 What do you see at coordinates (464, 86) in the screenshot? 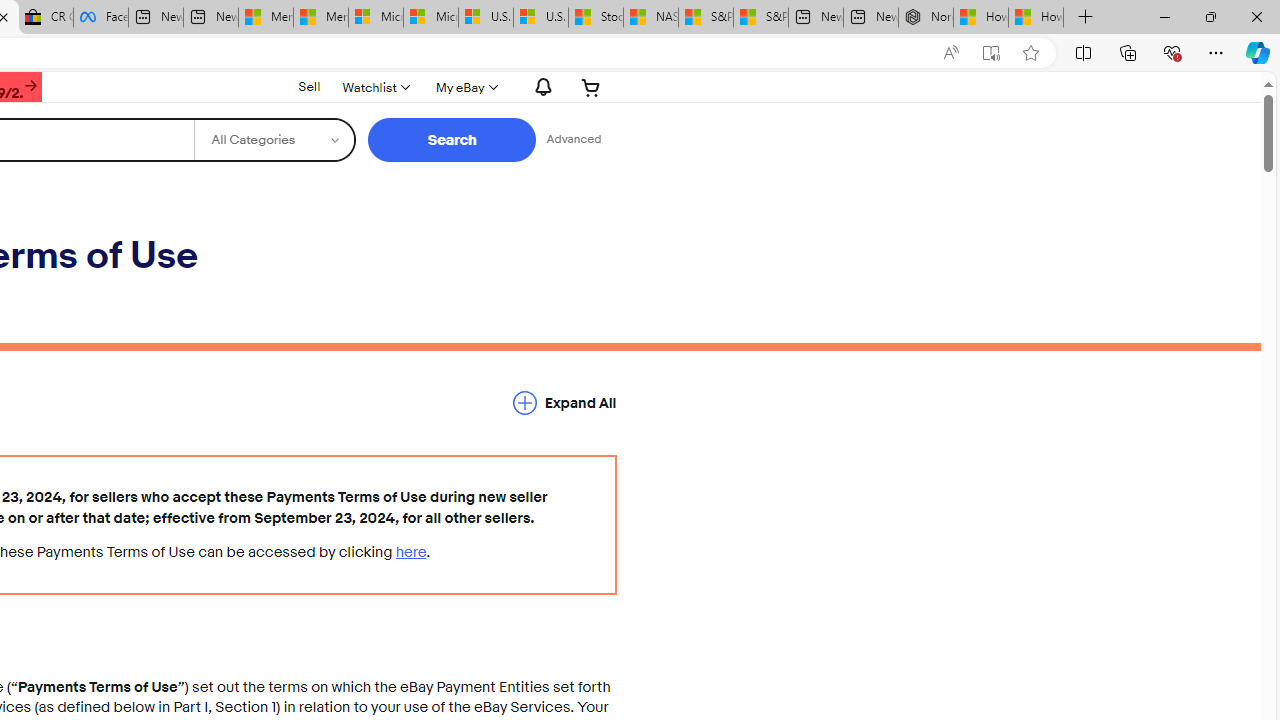
I see `'My eBay'` at bounding box center [464, 86].